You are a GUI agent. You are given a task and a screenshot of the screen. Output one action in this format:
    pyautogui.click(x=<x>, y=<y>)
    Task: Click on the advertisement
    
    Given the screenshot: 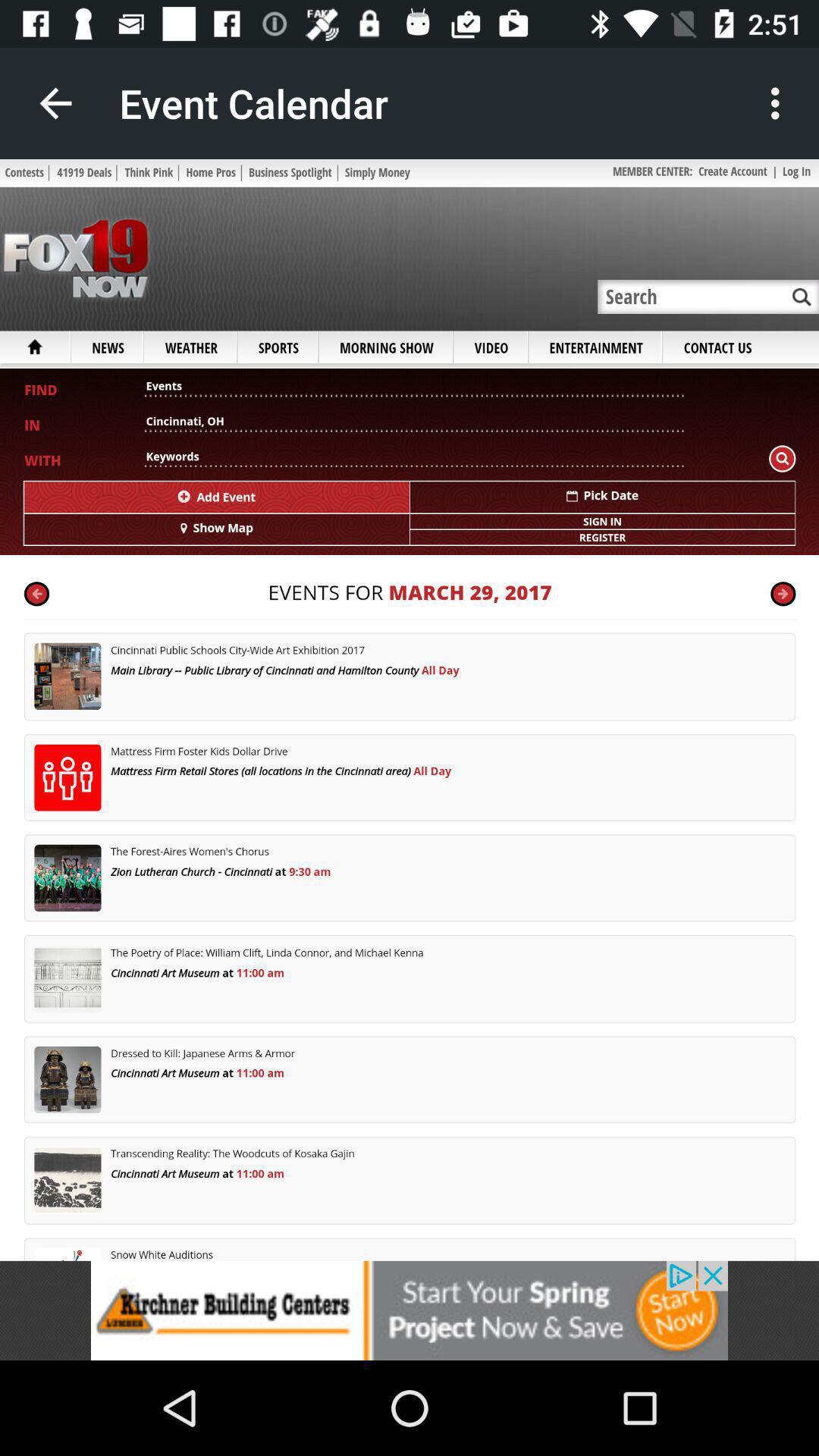 What is the action you would take?
    pyautogui.click(x=409, y=1310)
    